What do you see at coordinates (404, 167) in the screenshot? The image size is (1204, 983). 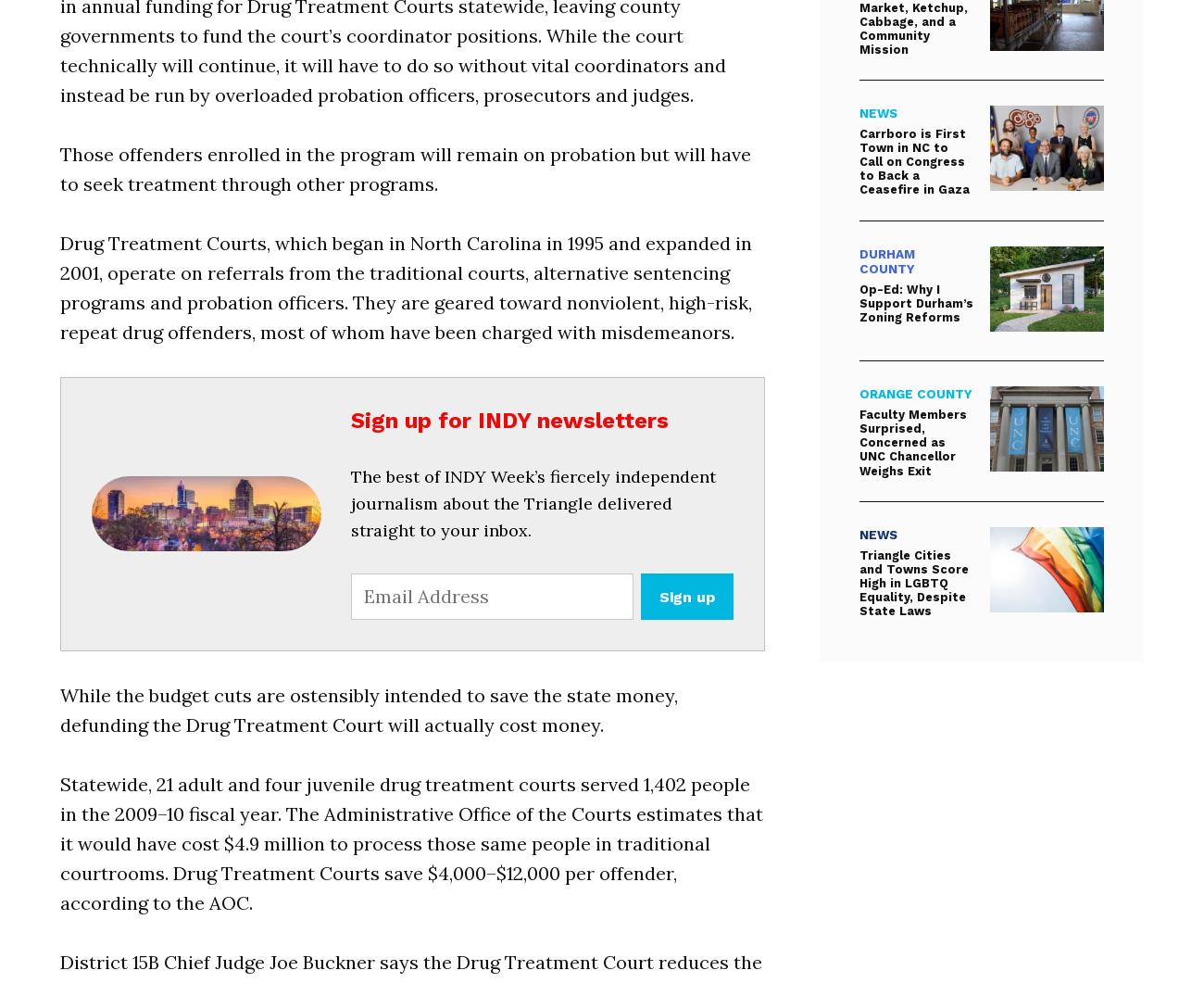 I see `'Those offenders enrolled in the program will remain on probation but will have to seek treatment through other programs.'` at bounding box center [404, 167].